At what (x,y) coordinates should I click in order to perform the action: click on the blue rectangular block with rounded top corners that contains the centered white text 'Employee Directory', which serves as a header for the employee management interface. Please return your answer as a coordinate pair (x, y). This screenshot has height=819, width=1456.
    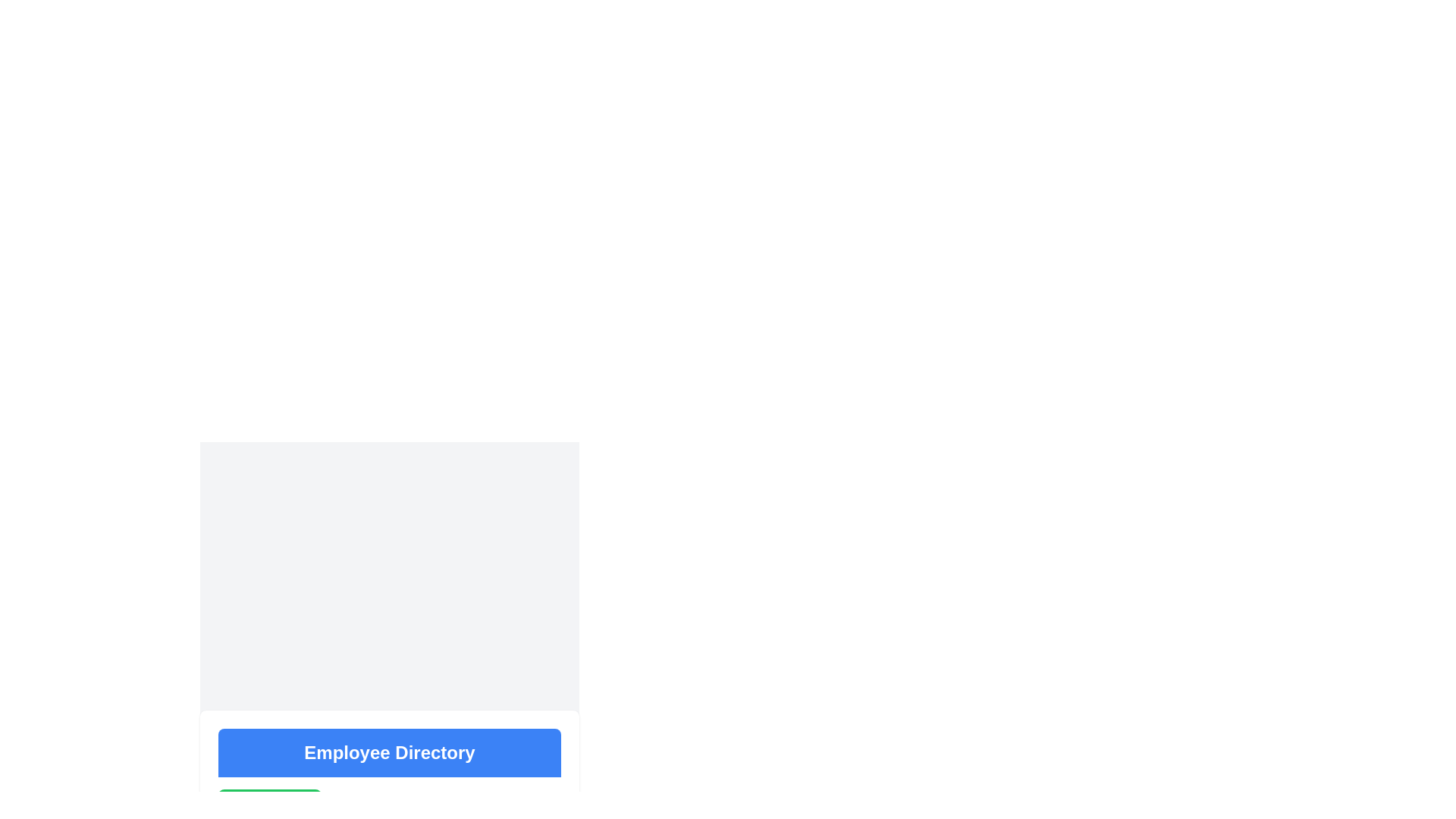
    Looking at the image, I should click on (389, 752).